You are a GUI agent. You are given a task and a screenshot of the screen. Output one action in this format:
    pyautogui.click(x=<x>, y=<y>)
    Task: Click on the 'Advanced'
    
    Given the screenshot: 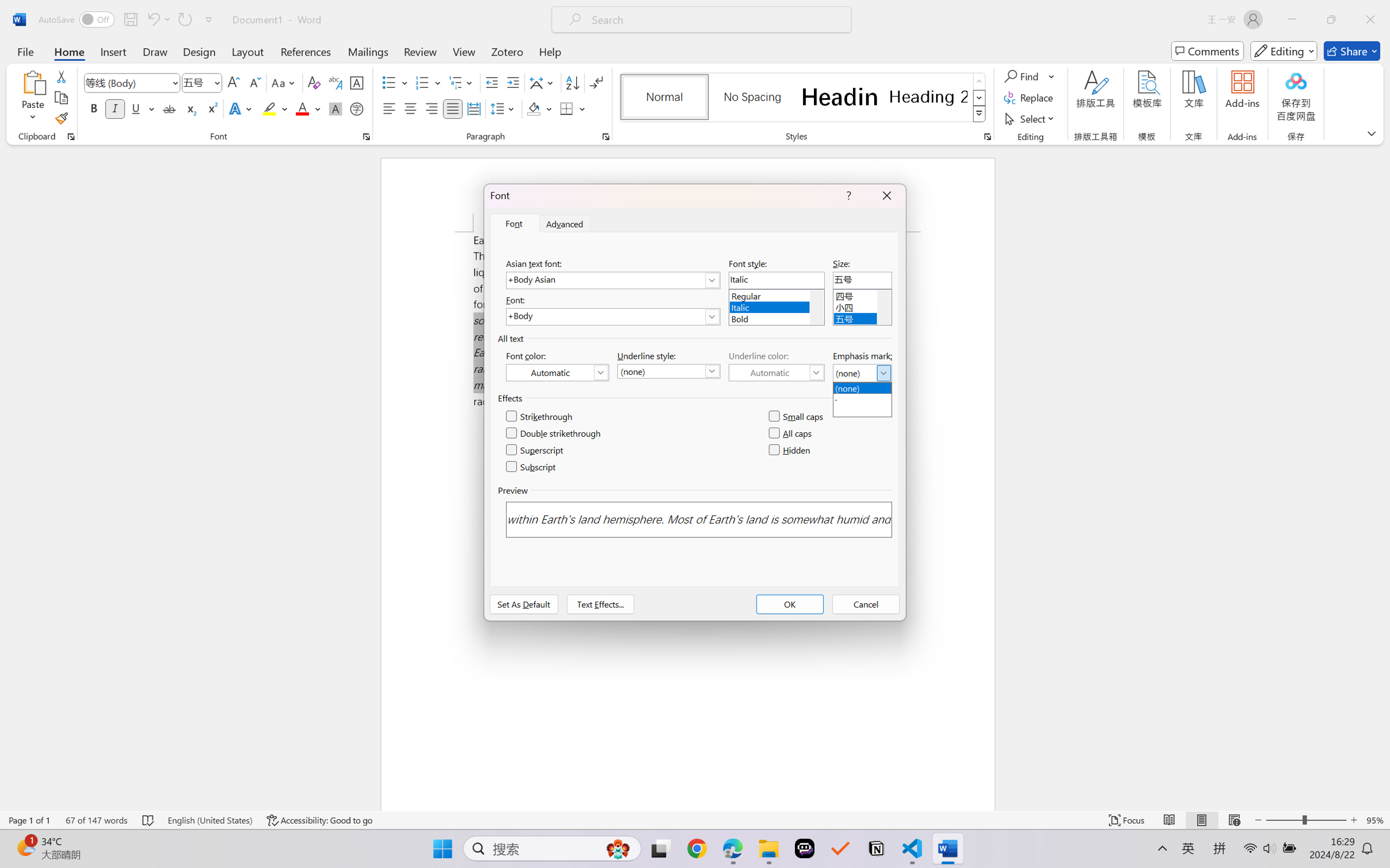 What is the action you would take?
    pyautogui.click(x=565, y=223)
    